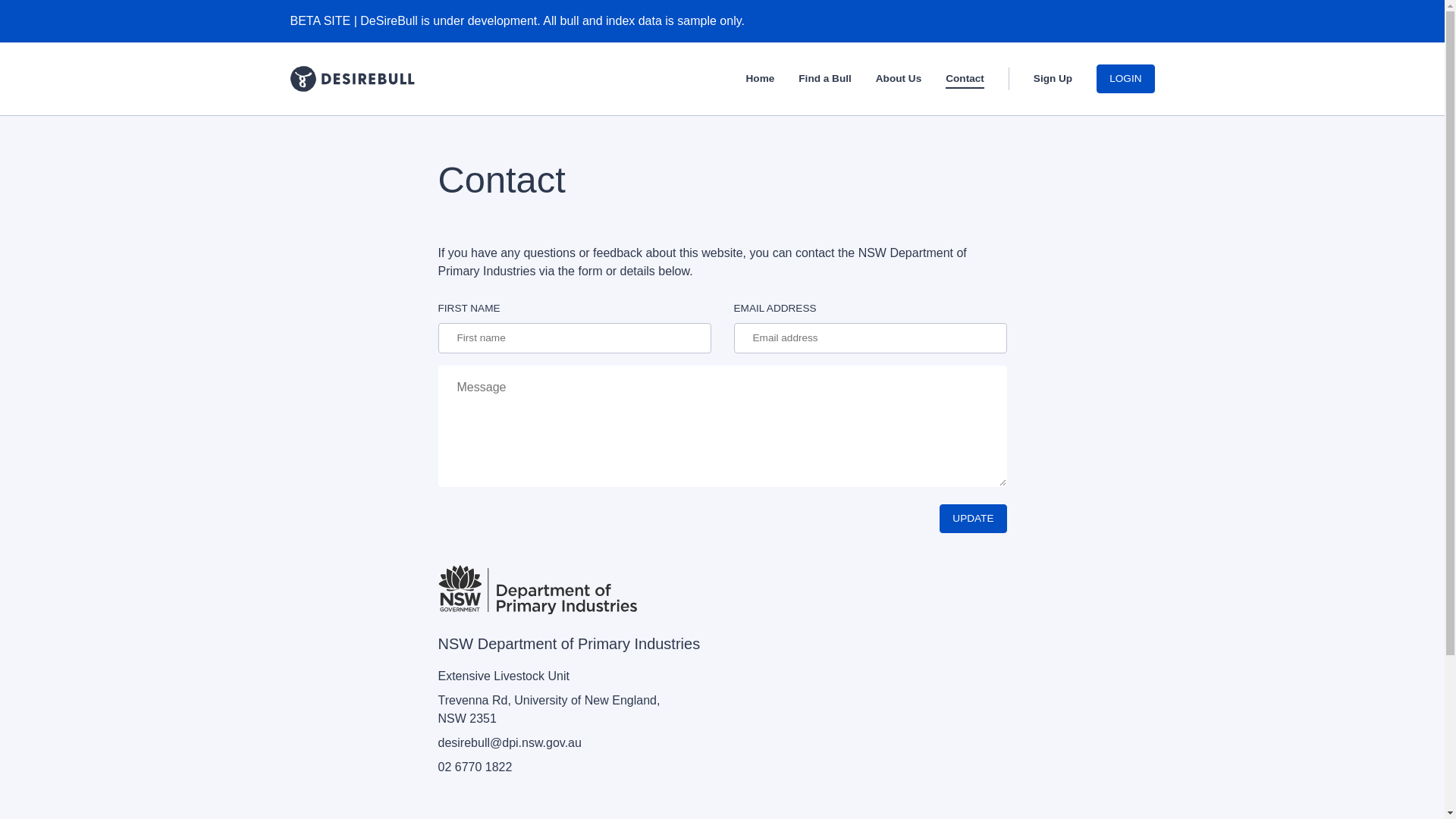 The width and height of the screenshot is (1456, 819). What do you see at coordinates (510, 742) in the screenshot?
I see `'desirebull@dpi.nsw.gov.au'` at bounding box center [510, 742].